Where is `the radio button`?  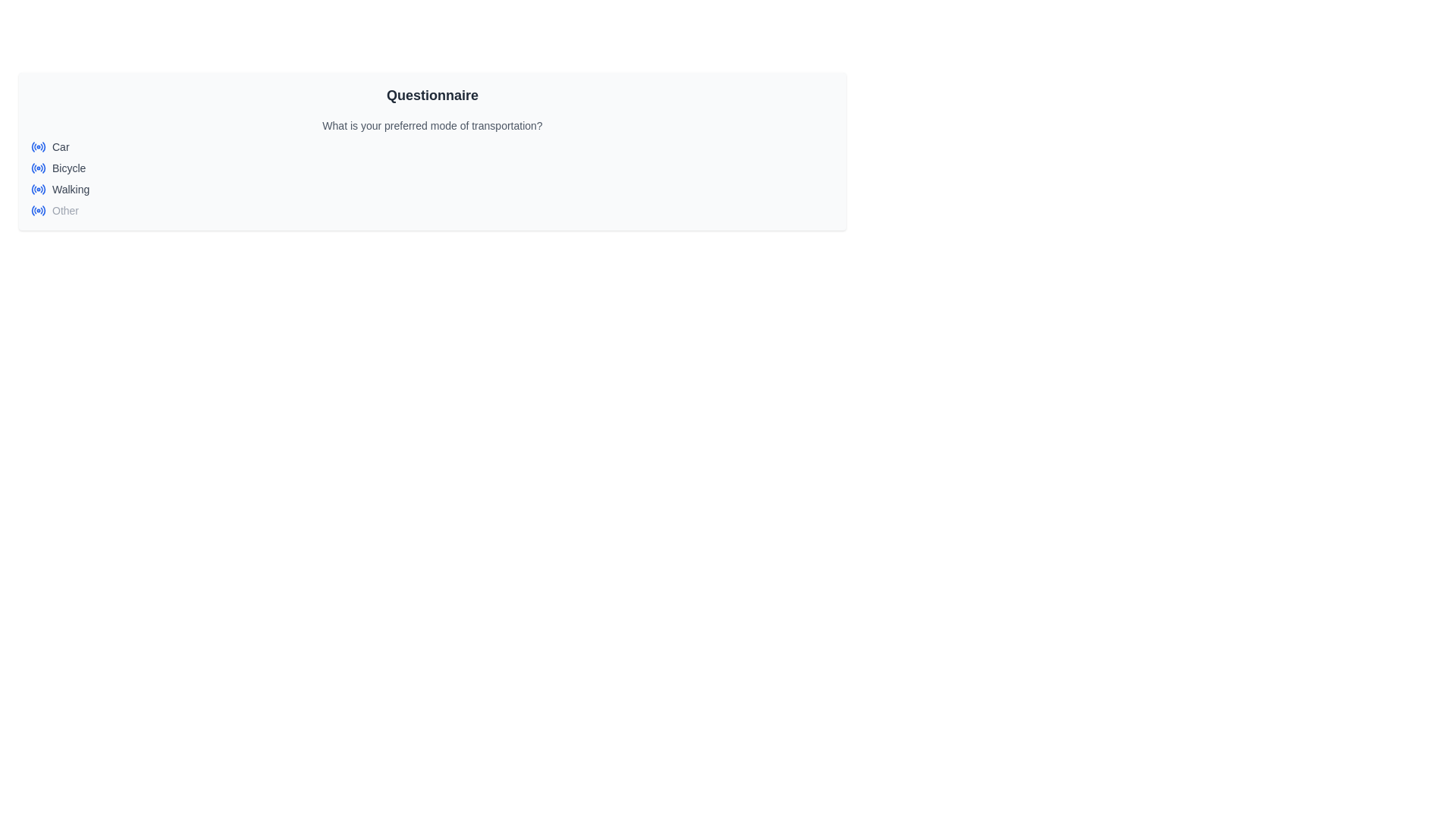
the radio button is located at coordinates (39, 189).